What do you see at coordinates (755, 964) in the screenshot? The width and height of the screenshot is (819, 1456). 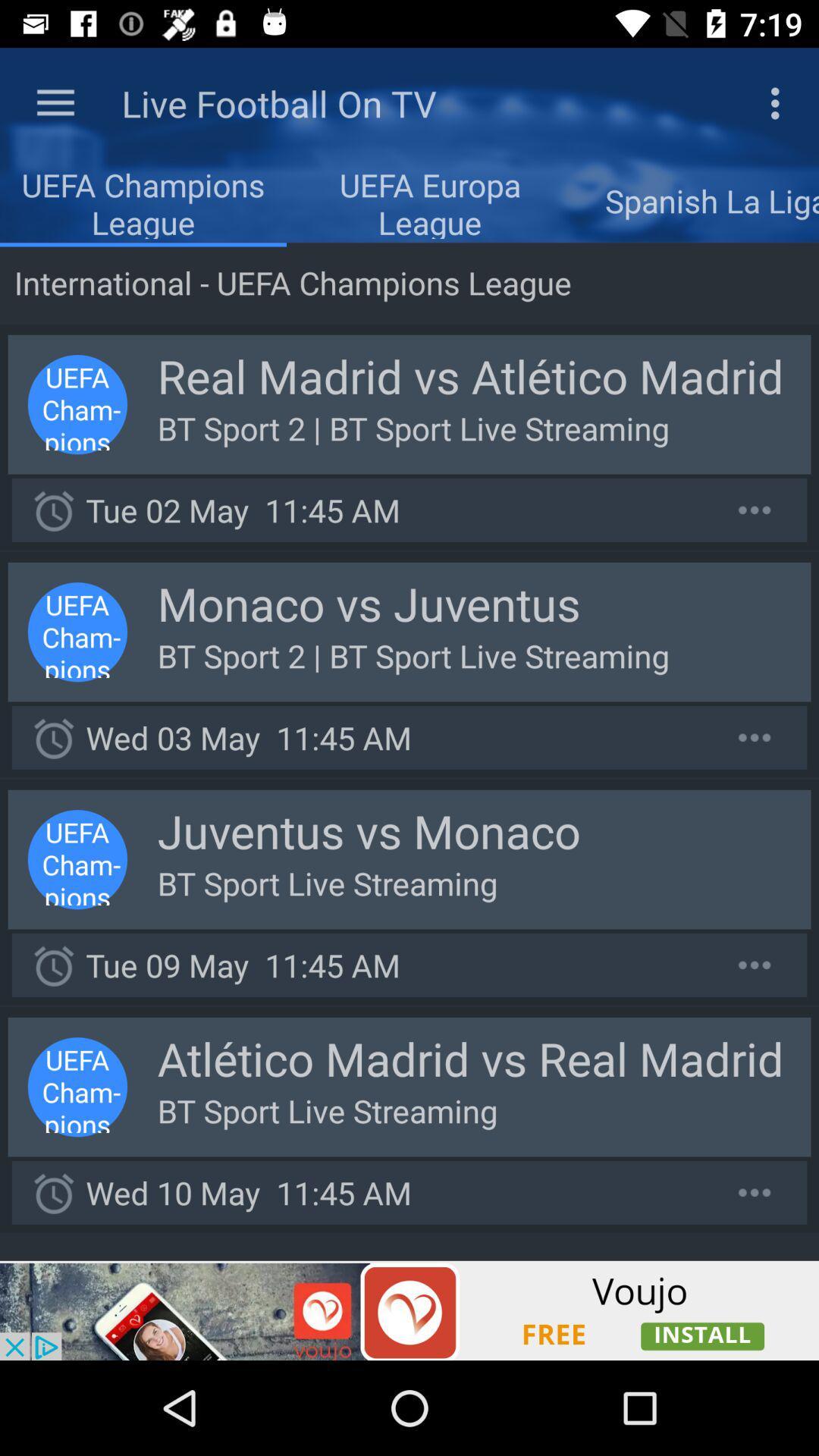 I see `setting option` at bounding box center [755, 964].